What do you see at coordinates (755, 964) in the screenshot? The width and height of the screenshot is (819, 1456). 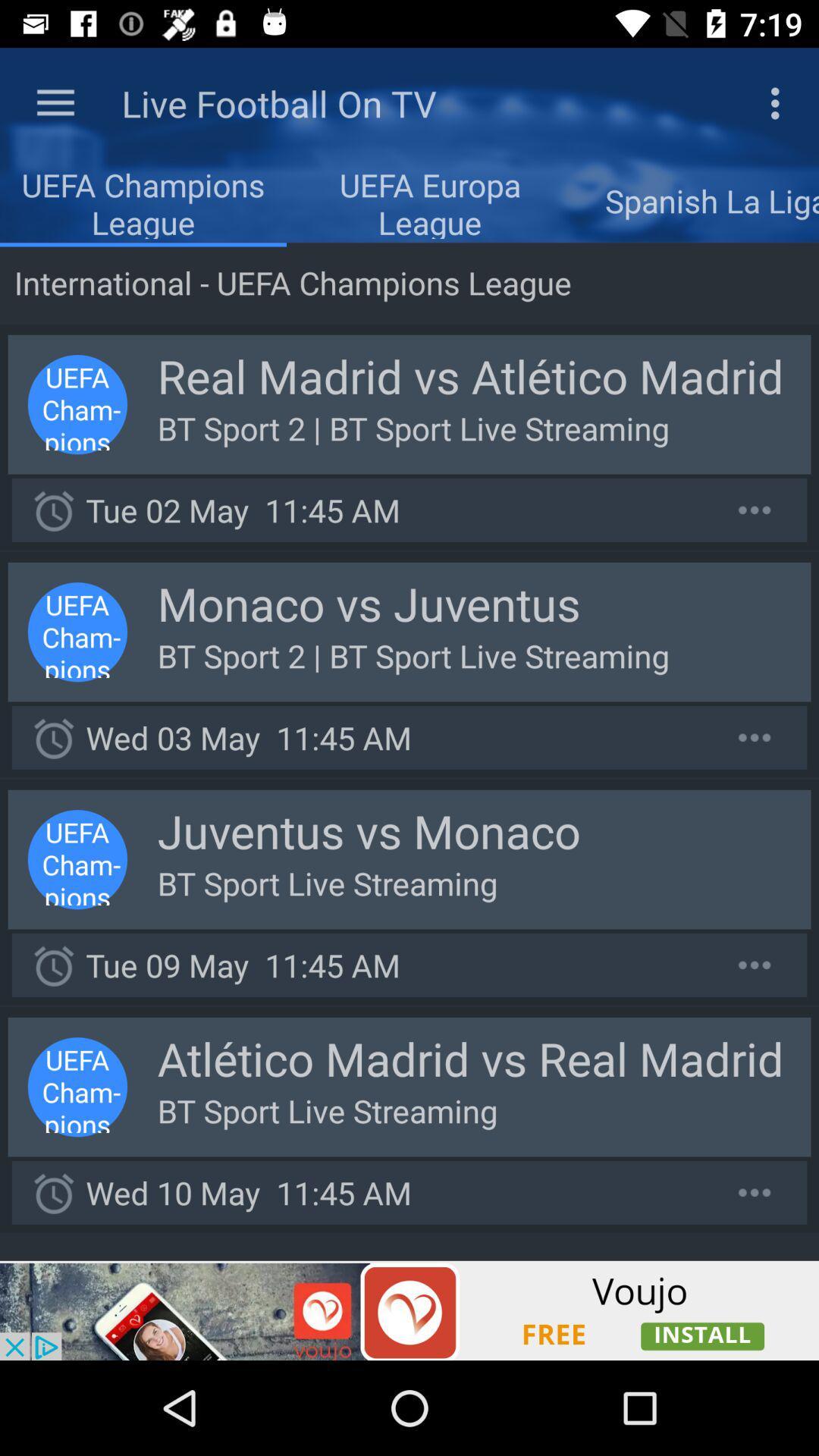 I see `setting option` at bounding box center [755, 964].